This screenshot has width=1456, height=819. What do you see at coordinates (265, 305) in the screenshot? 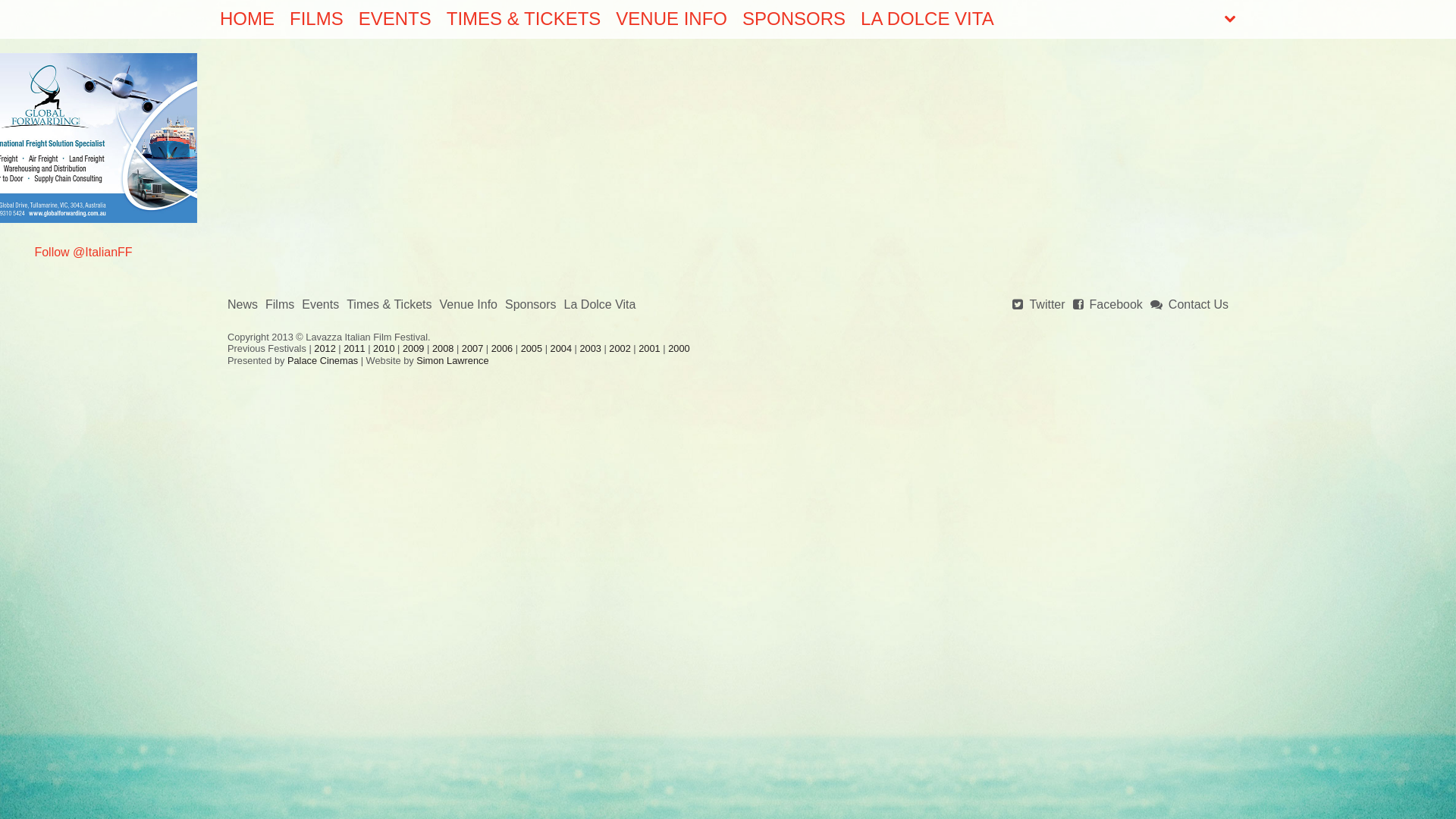
I see `'Films'` at bounding box center [265, 305].